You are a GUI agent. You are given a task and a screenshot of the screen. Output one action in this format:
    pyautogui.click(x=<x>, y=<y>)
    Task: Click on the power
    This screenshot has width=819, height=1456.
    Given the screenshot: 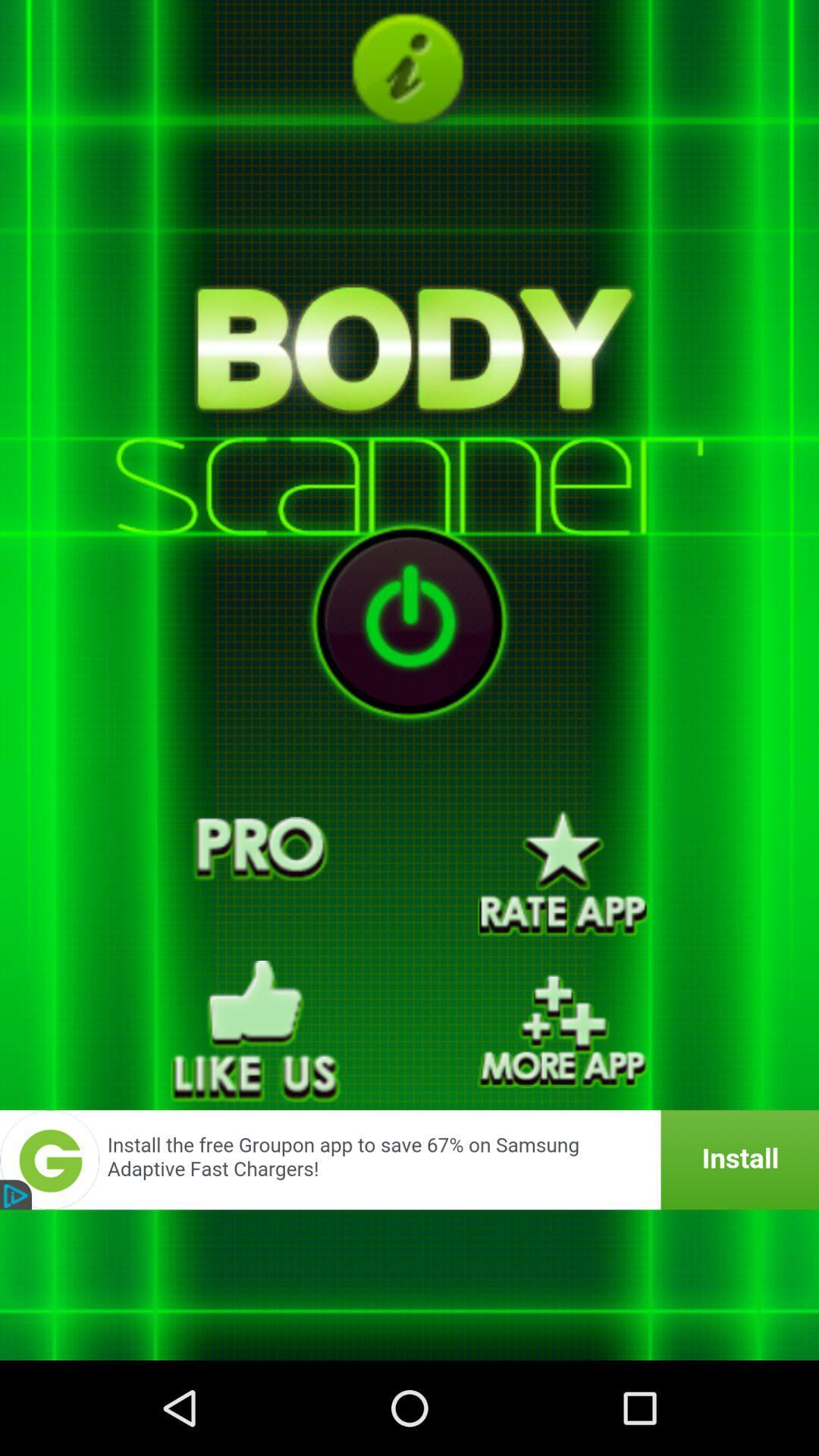 What is the action you would take?
    pyautogui.click(x=409, y=621)
    